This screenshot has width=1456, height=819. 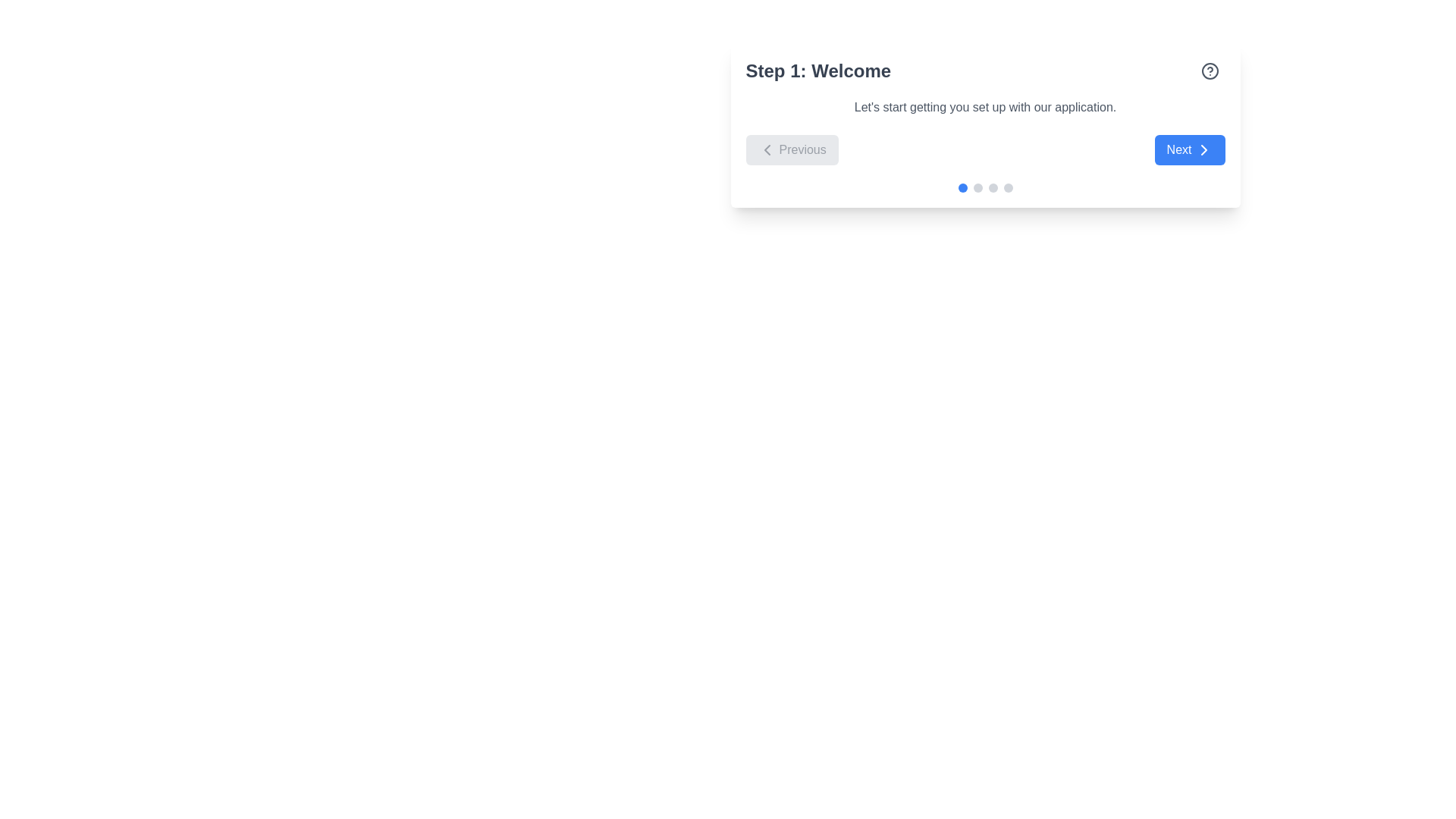 What do you see at coordinates (962, 187) in the screenshot?
I see `the first circular indicator of the pagination component at the bottom-center of the card, which indicates the active page with a blue color` at bounding box center [962, 187].